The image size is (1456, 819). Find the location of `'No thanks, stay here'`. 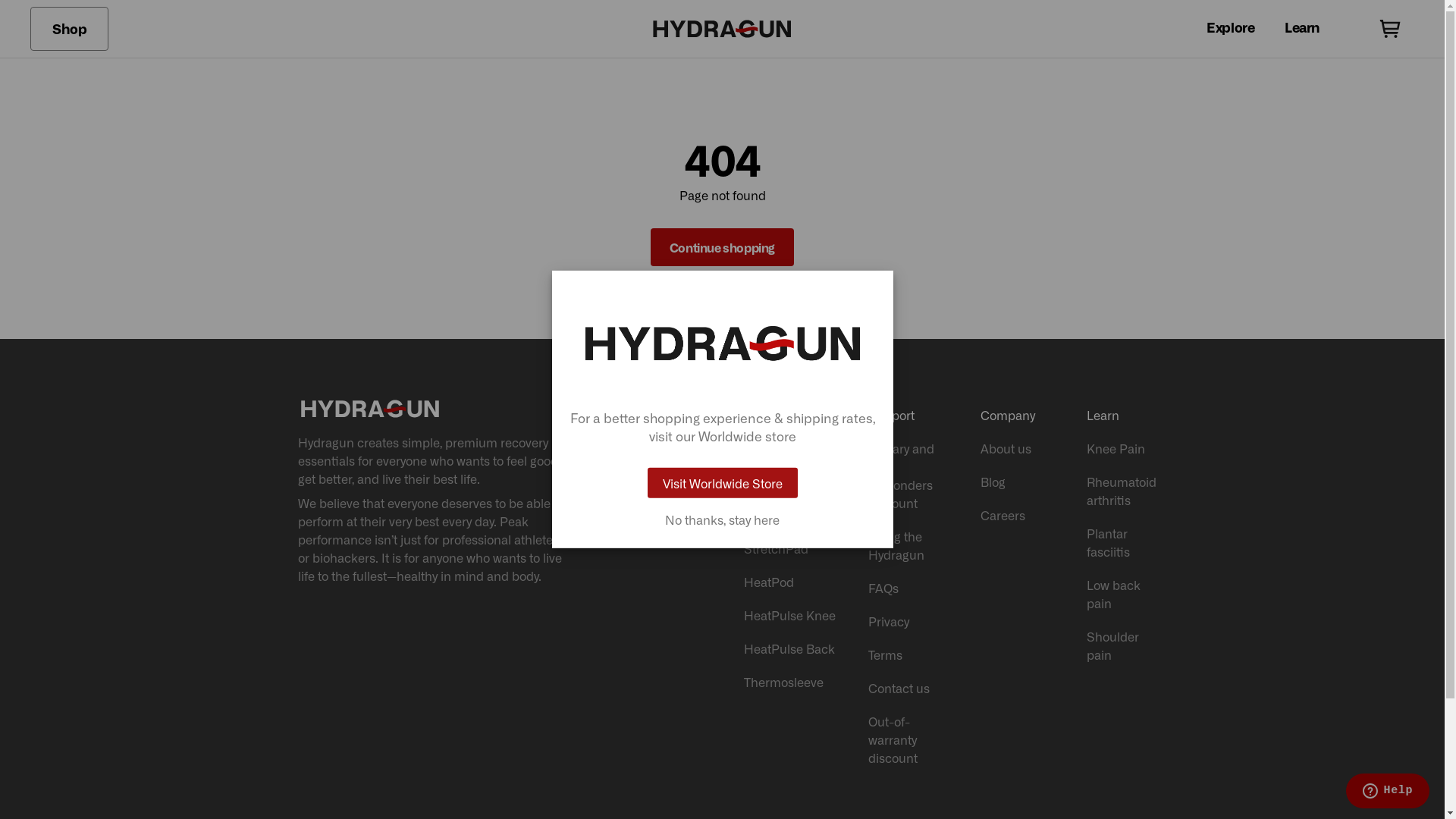

'No thanks, stay here' is located at coordinates (722, 519).